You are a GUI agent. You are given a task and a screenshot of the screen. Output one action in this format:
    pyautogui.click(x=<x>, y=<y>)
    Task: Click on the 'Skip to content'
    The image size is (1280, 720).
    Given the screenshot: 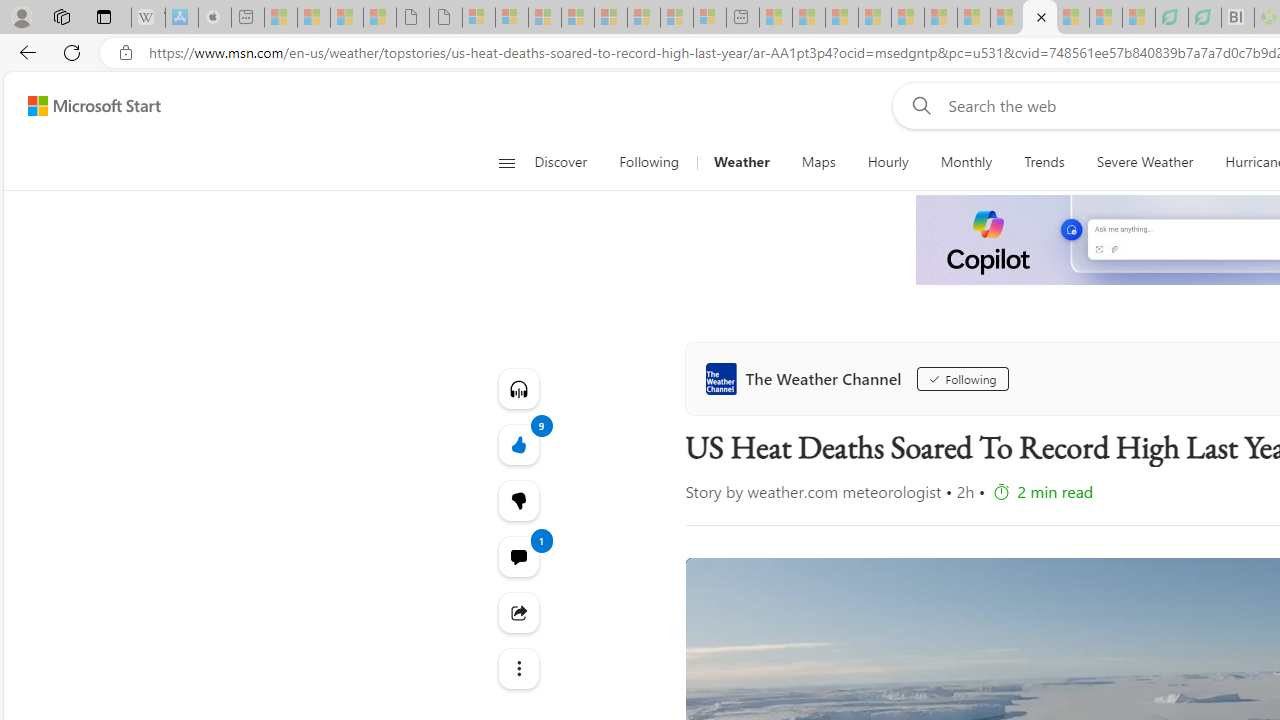 What is the action you would take?
    pyautogui.click(x=86, y=105)
    